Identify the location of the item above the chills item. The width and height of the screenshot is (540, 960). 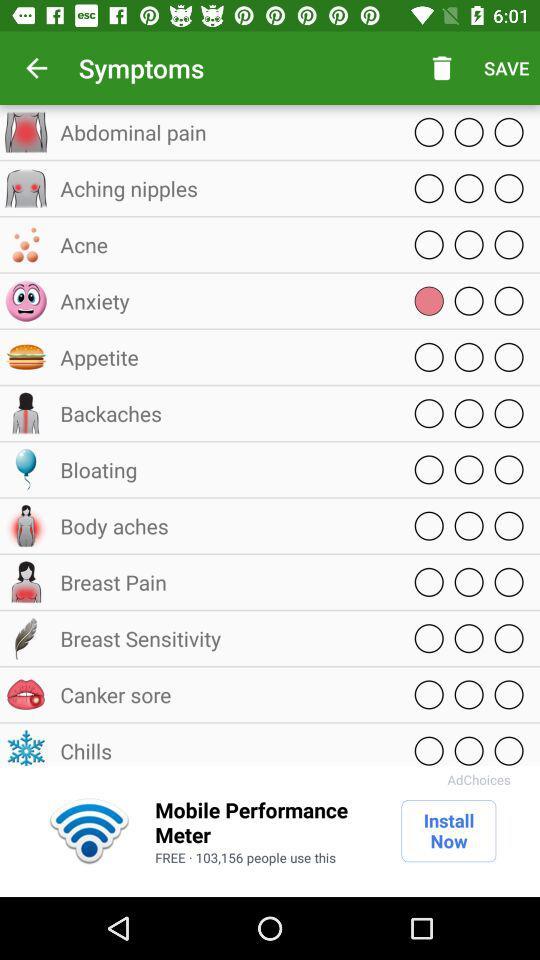
(224, 694).